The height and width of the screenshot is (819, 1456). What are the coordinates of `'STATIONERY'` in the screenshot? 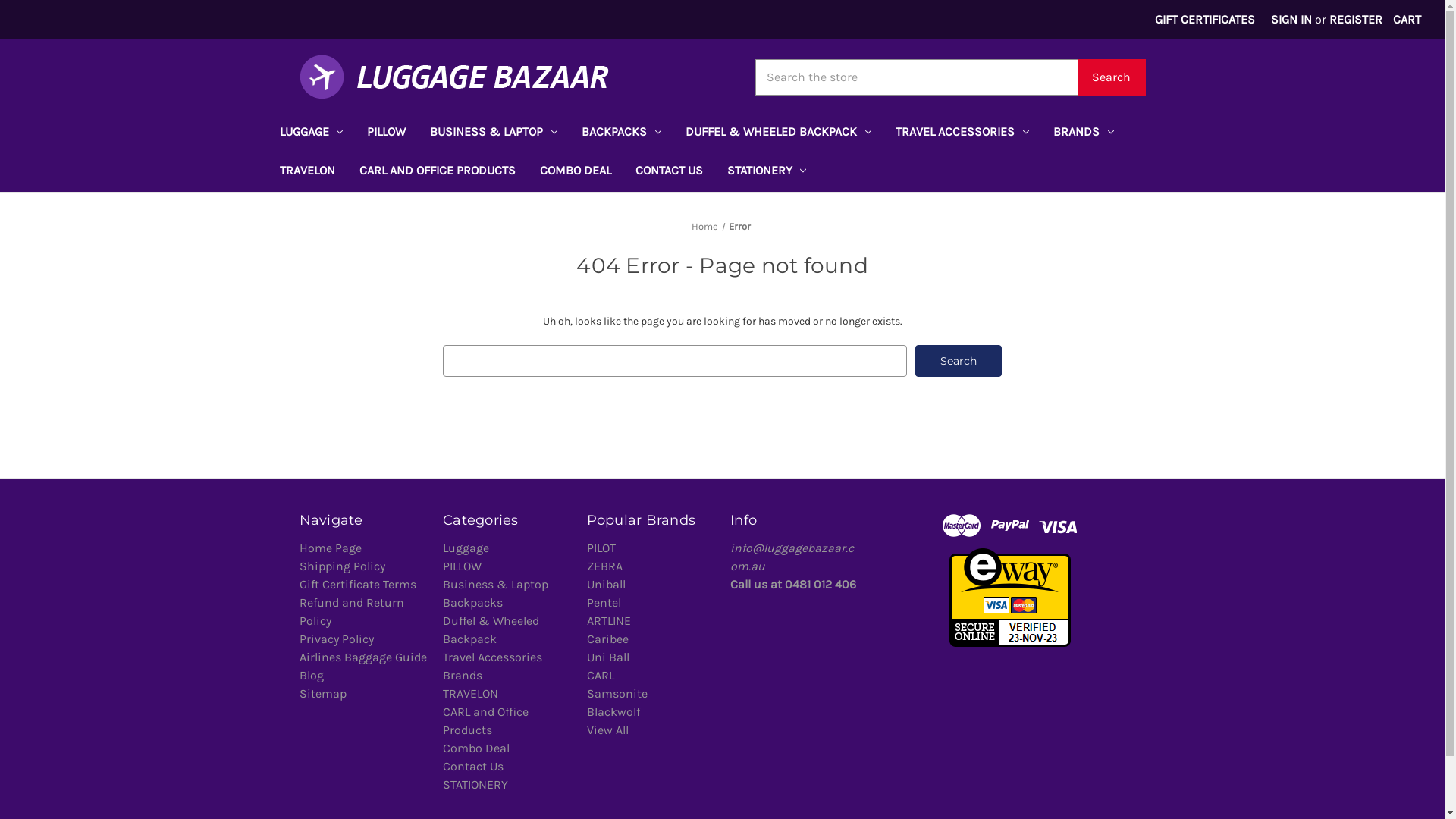 It's located at (766, 171).